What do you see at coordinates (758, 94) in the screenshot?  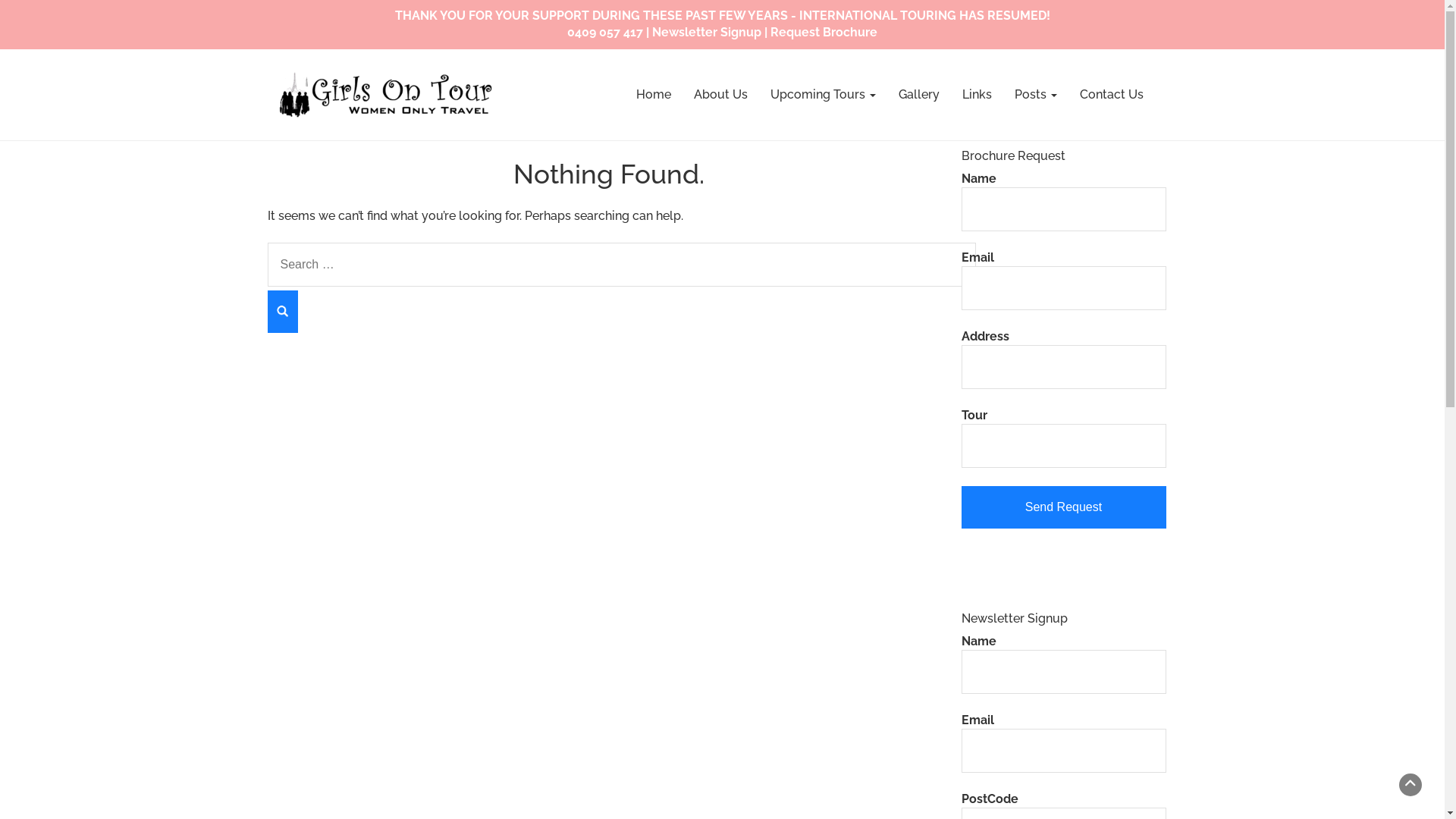 I see `'Upcoming Tours'` at bounding box center [758, 94].